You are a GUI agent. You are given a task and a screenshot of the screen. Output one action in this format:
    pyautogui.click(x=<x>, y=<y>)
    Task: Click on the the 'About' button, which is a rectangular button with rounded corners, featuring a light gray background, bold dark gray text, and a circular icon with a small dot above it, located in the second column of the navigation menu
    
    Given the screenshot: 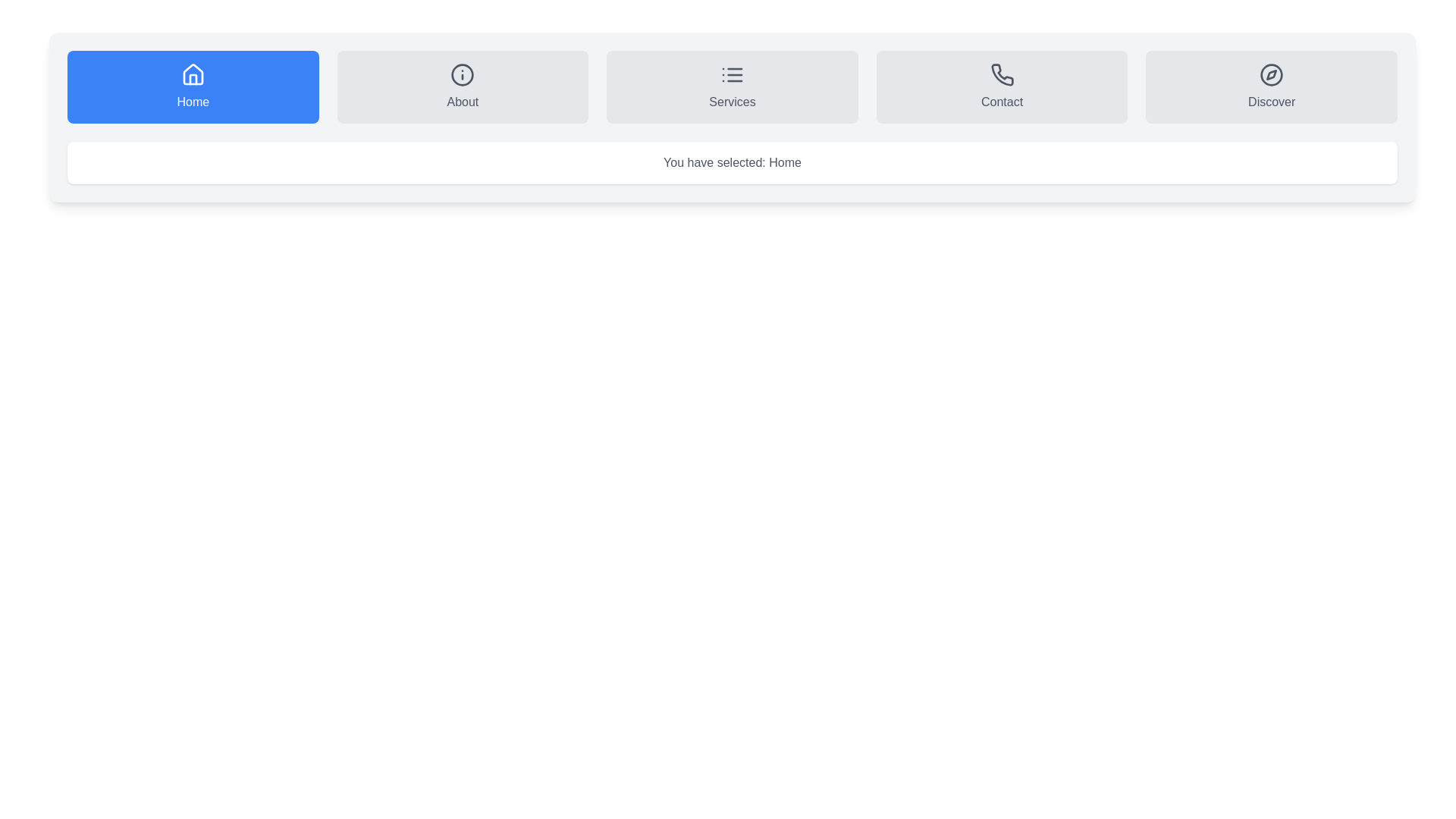 What is the action you would take?
    pyautogui.click(x=462, y=87)
    